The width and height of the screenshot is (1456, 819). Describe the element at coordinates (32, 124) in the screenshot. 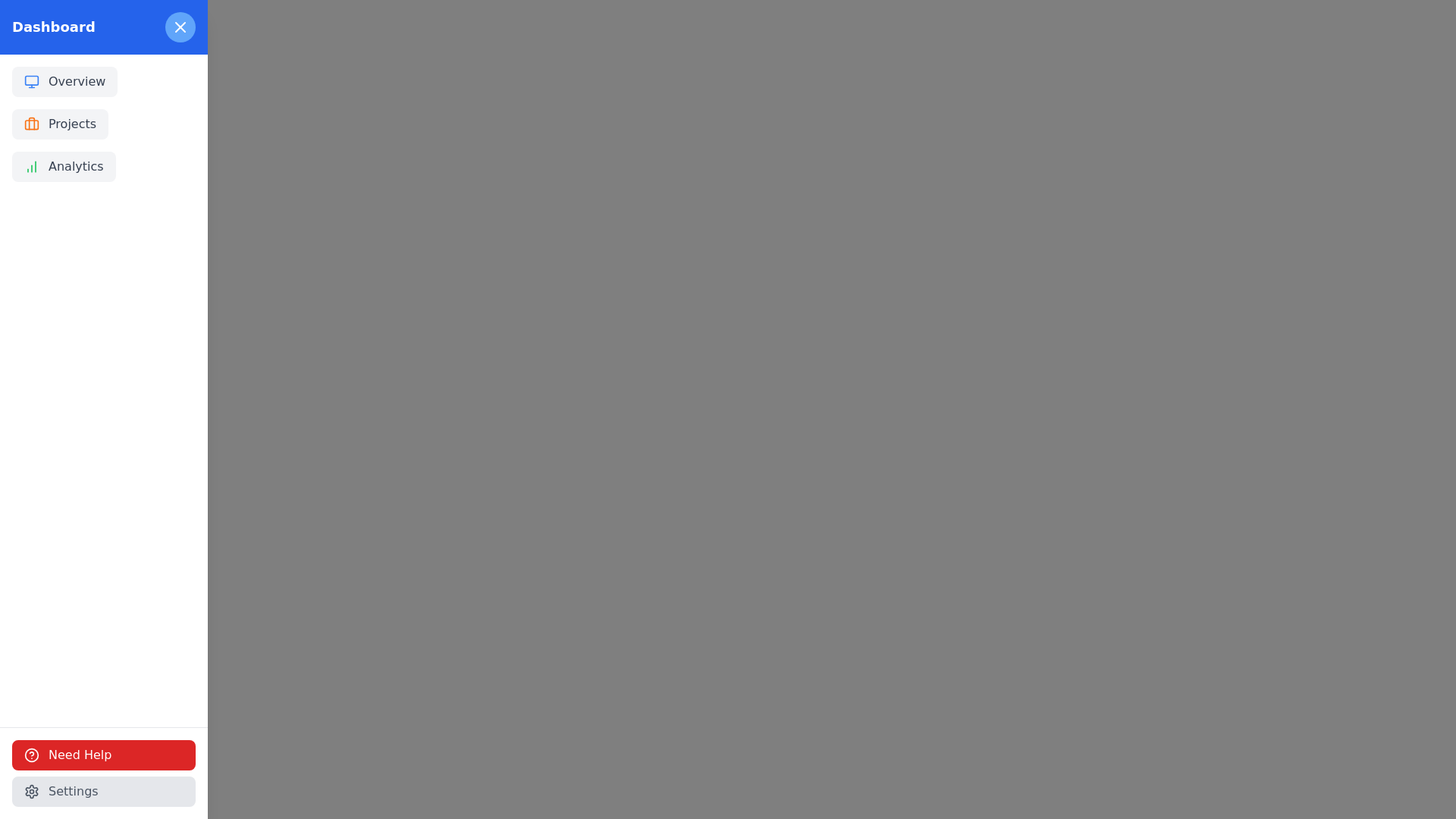

I see `the orange briefcase icon located to the left of the 'Projects' text` at that location.